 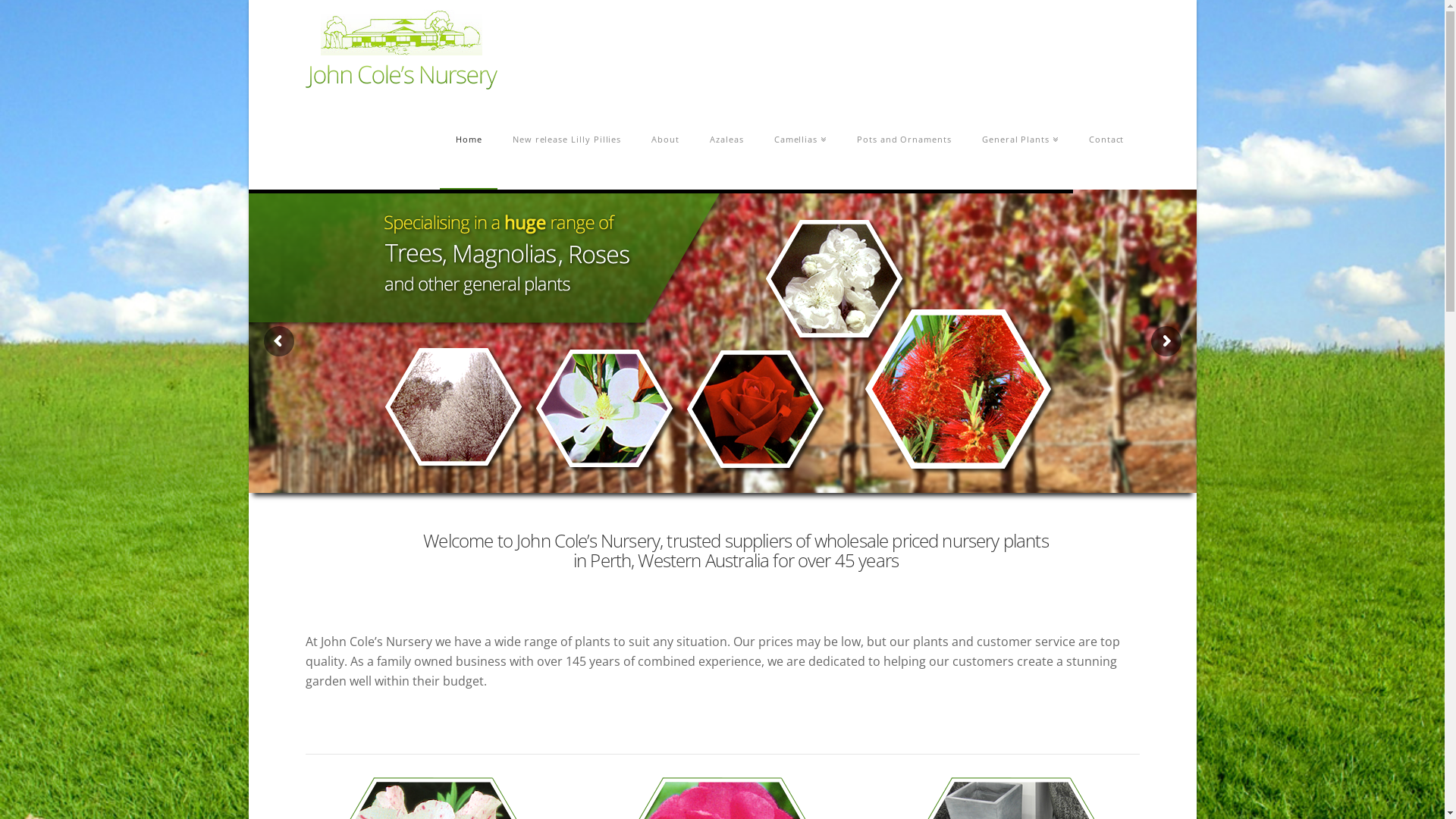 What do you see at coordinates (799, 138) in the screenshot?
I see `'Camellias'` at bounding box center [799, 138].